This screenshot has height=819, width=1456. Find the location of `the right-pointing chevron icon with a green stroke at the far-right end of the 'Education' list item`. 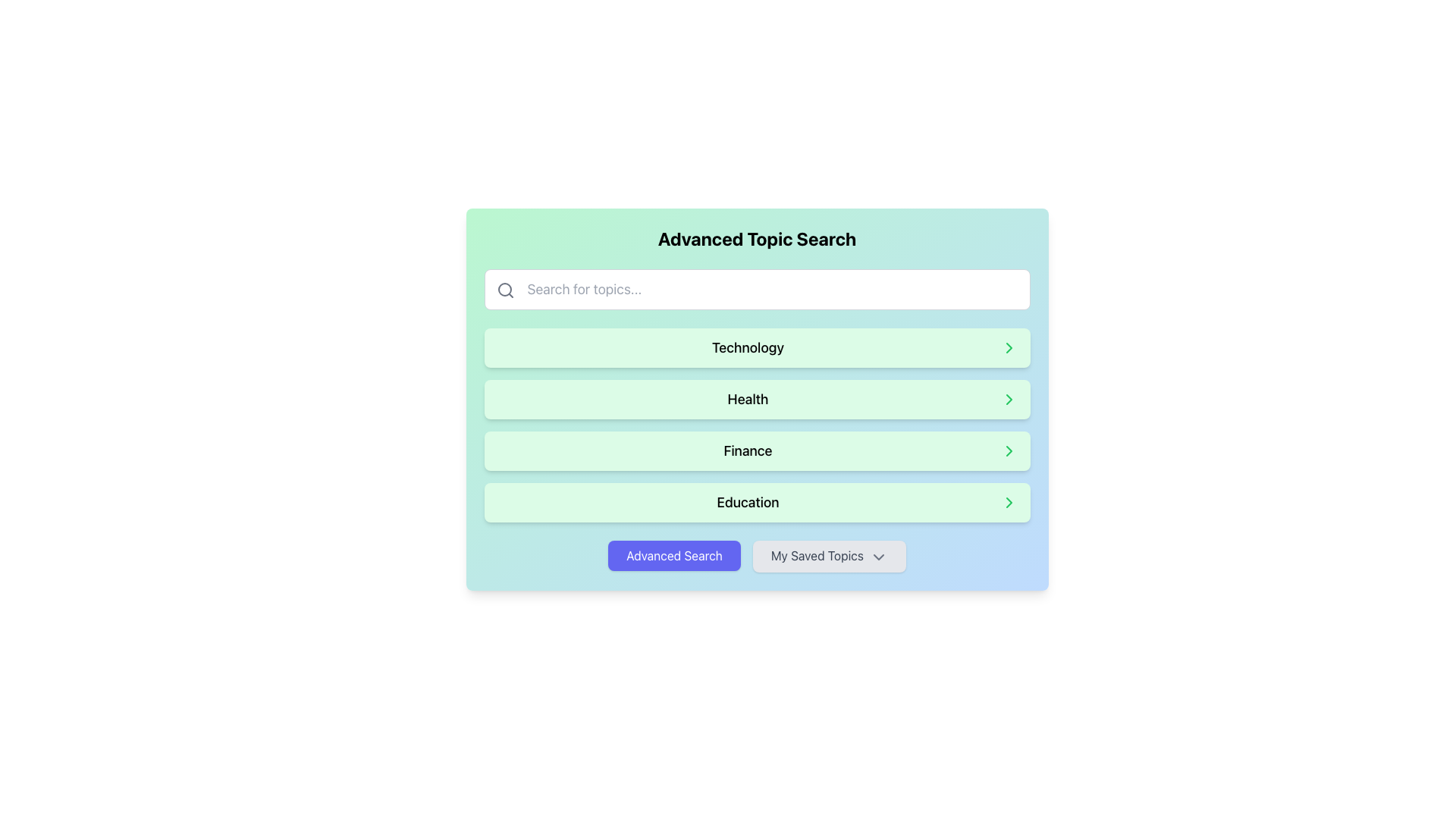

the right-pointing chevron icon with a green stroke at the far-right end of the 'Education' list item is located at coordinates (1009, 503).